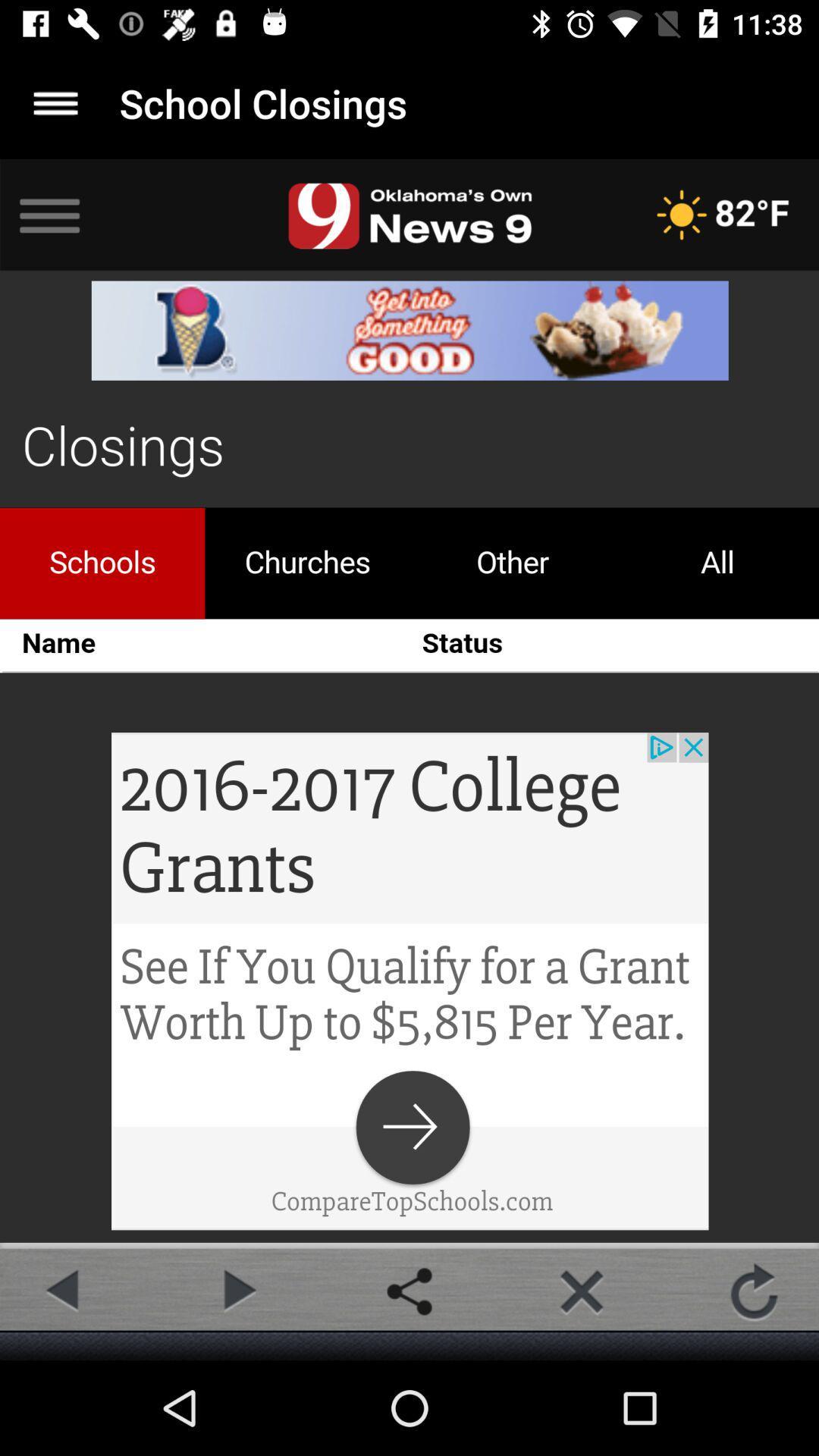  What do you see at coordinates (55, 102) in the screenshot?
I see `the menu icon` at bounding box center [55, 102].